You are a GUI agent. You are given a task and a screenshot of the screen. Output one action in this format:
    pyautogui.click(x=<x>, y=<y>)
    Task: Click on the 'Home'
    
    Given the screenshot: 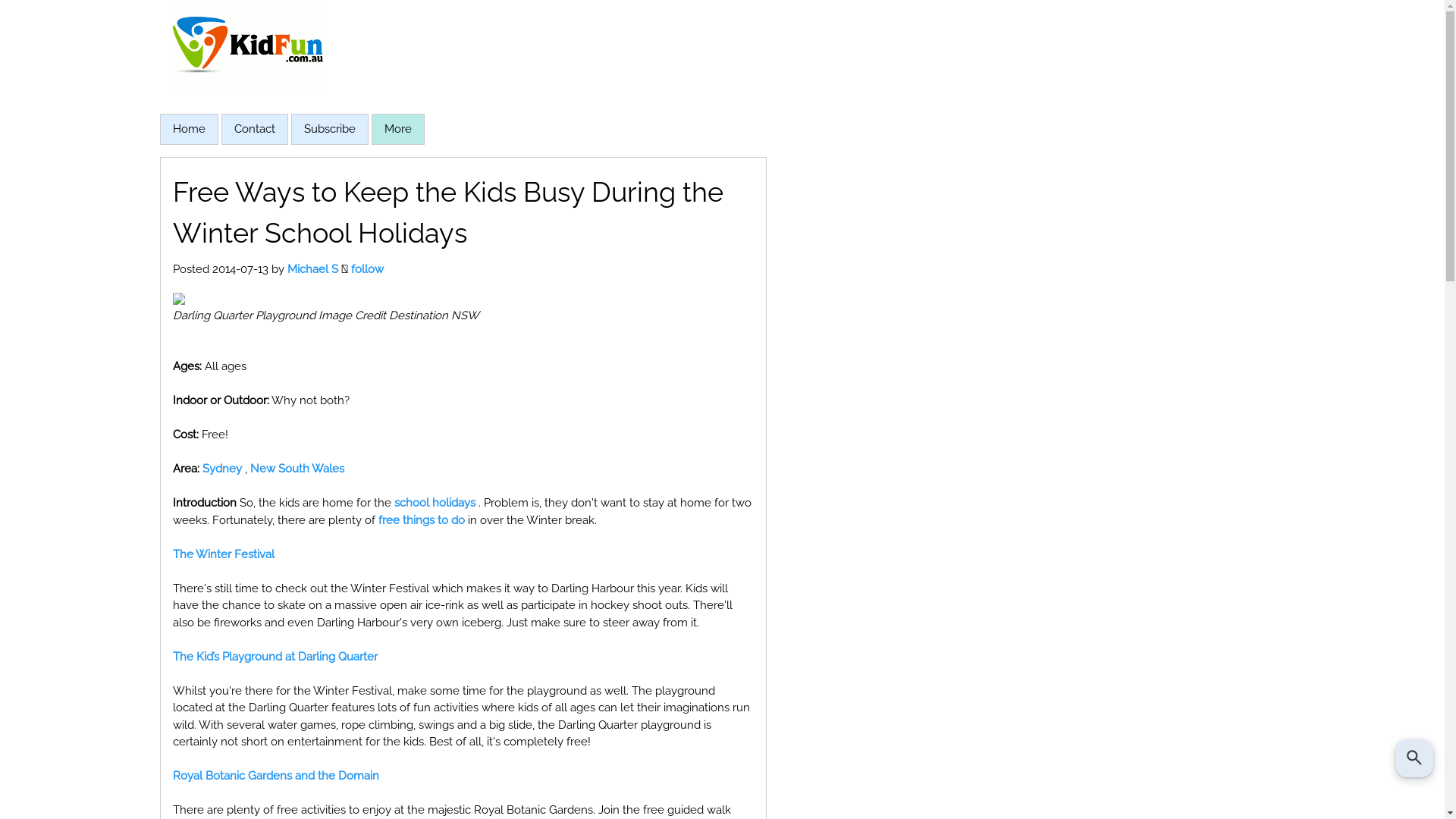 What is the action you would take?
    pyautogui.click(x=188, y=127)
    